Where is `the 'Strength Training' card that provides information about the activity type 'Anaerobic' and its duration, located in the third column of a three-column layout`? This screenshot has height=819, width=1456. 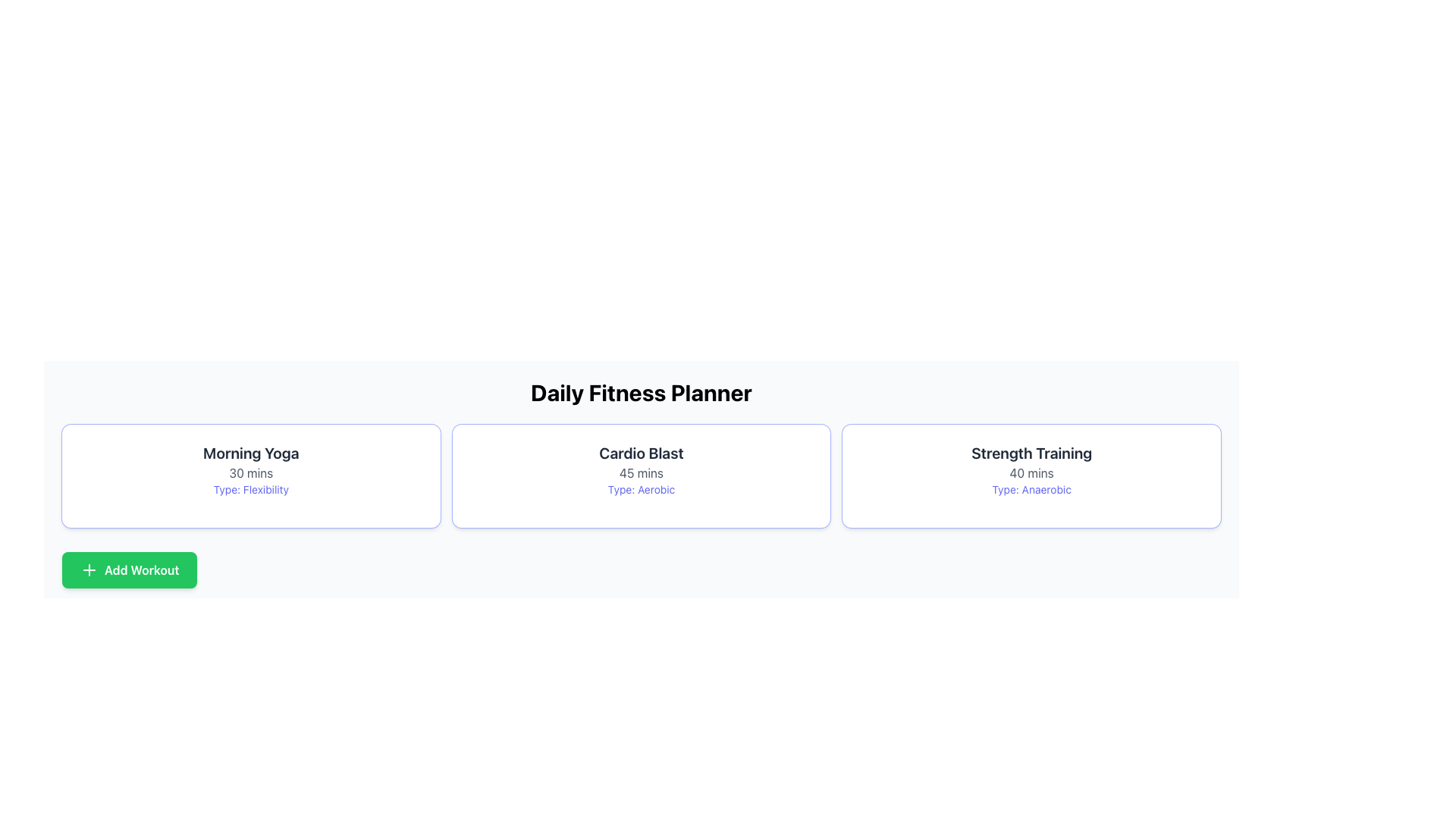
the 'Strength Training' card that provides information about the activity type 'Anaerobic' and its duration, located in the third column of a three-column layout is located at coordinates (1031, 475).